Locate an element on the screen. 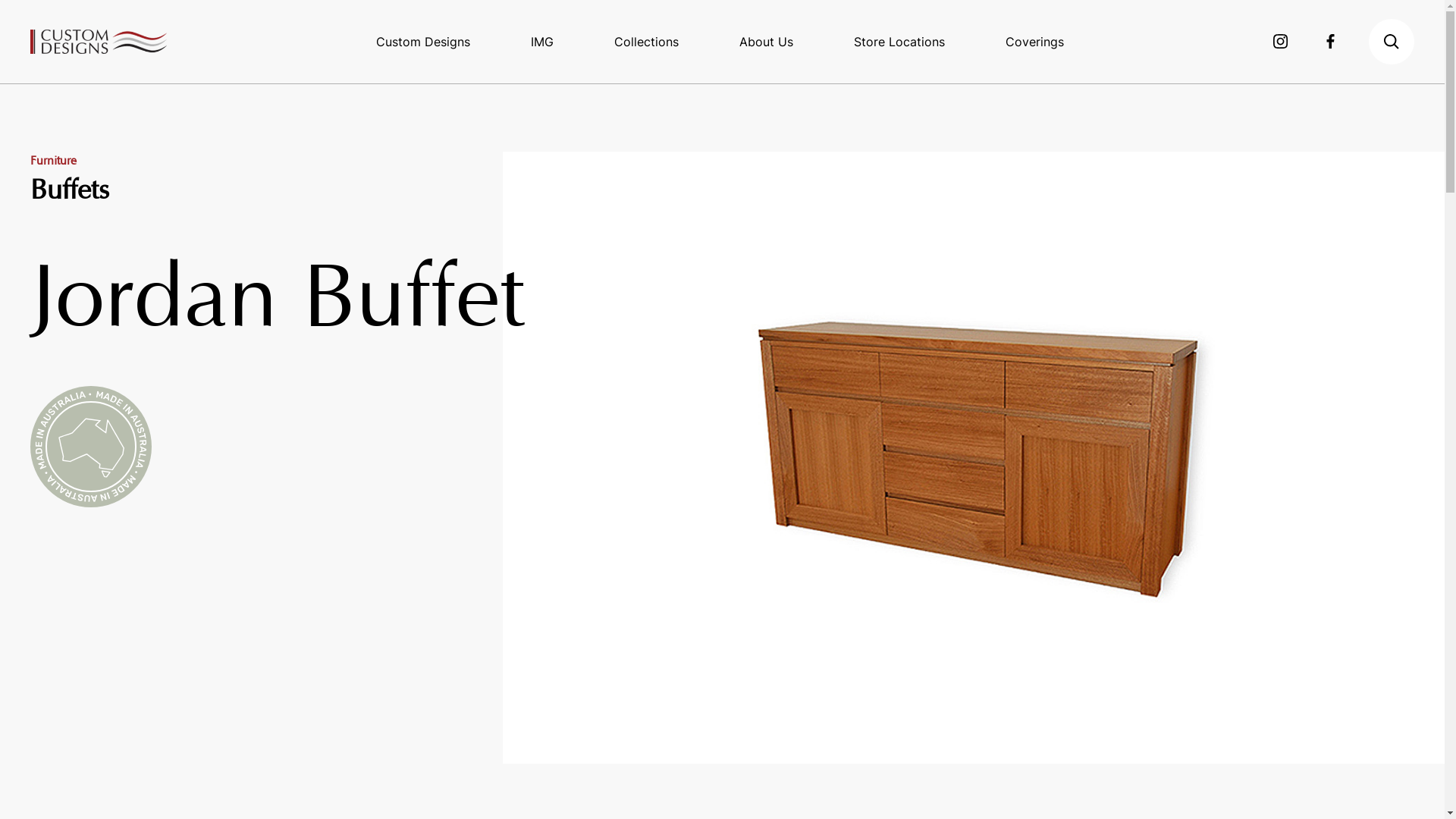 This screenshot has height=819, width=1456. 'Custom Designs' is located at coordinates (422, 40).